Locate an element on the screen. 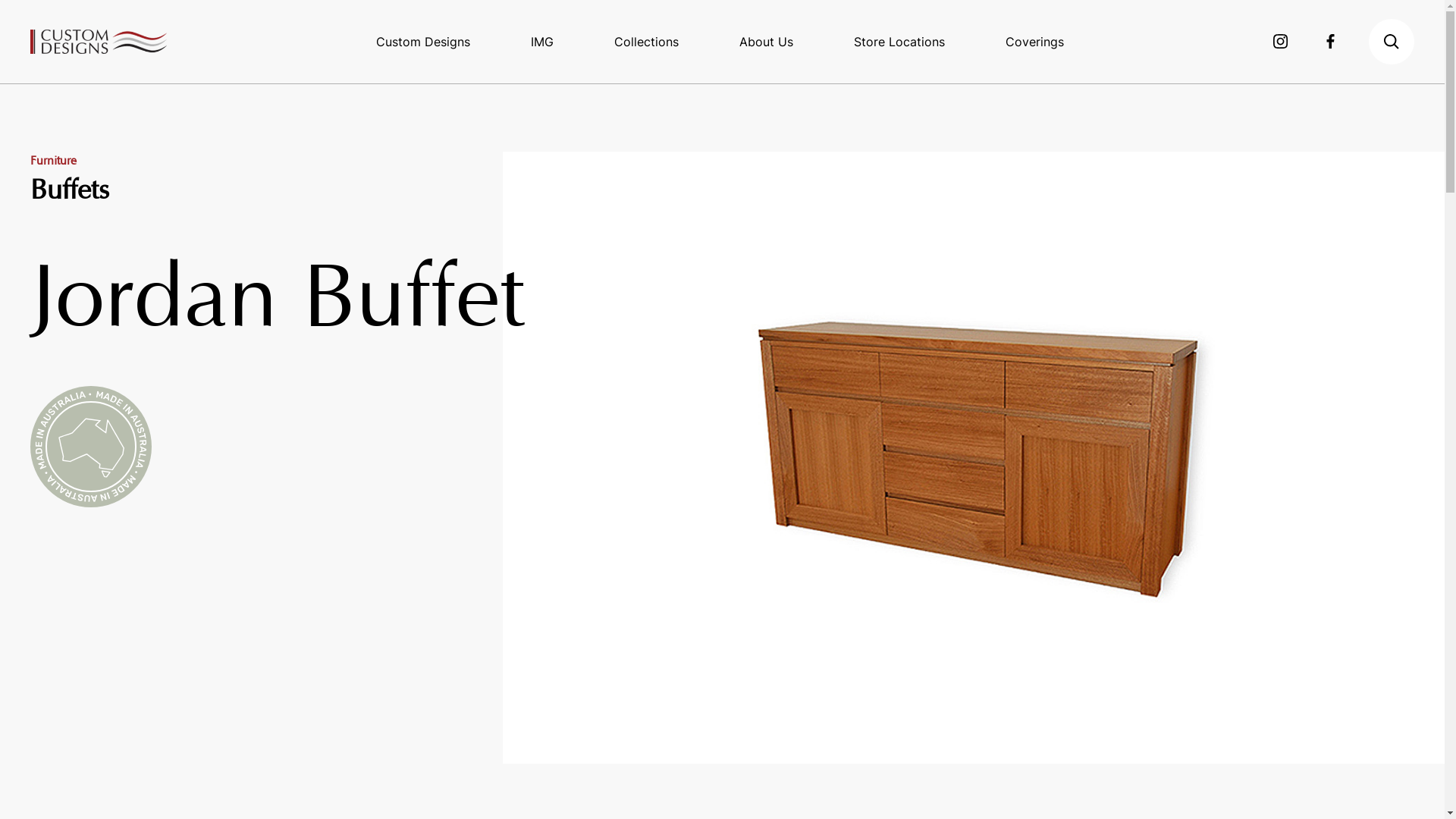 This screenshot has height=819, width=1456. 'Custom Designs' is located at coordinates (422, 40).